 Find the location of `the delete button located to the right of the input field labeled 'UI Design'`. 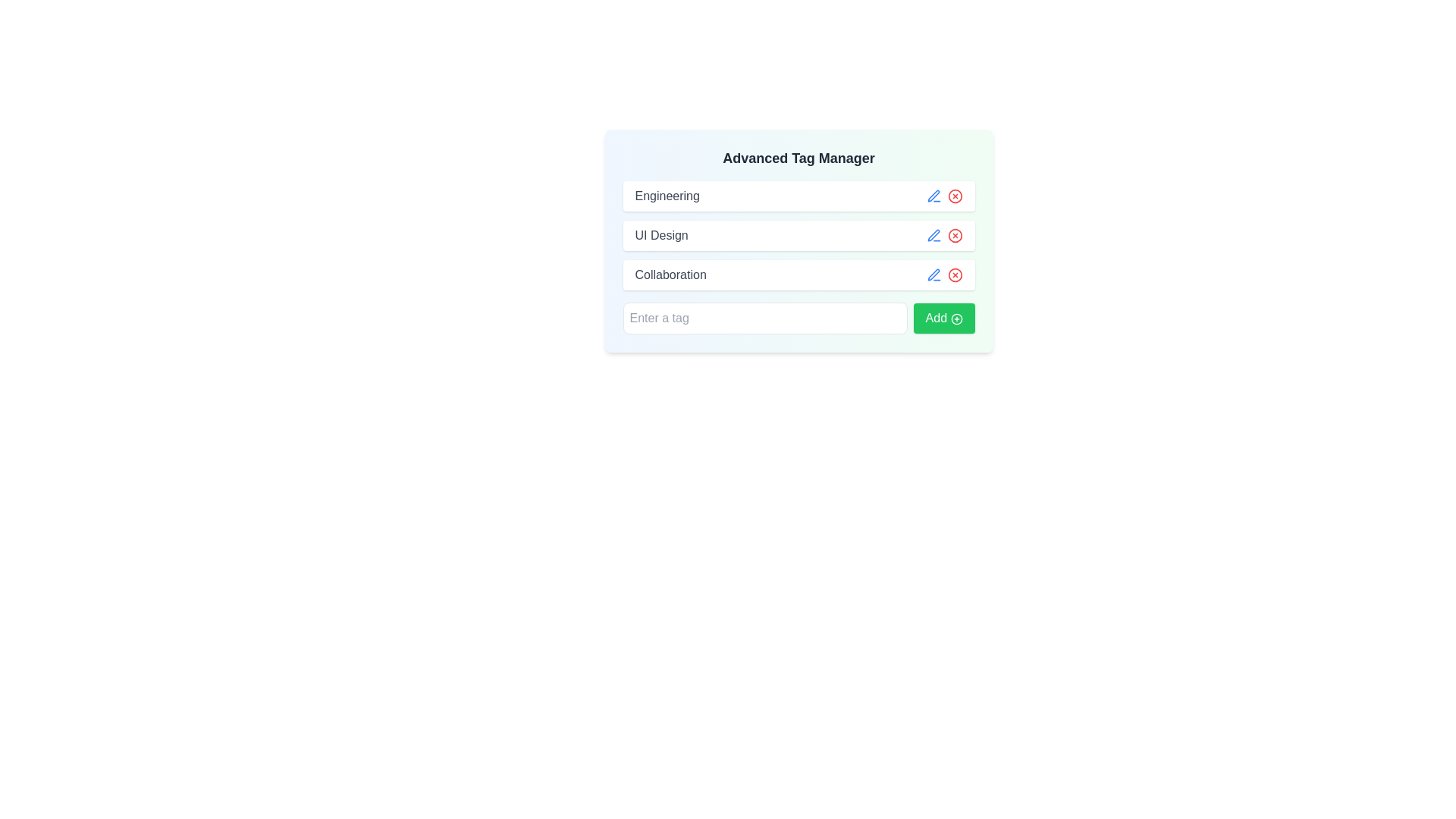

the delete button located to the right of the input field labeled 'UI Design' is located at coordinates (954, 236).